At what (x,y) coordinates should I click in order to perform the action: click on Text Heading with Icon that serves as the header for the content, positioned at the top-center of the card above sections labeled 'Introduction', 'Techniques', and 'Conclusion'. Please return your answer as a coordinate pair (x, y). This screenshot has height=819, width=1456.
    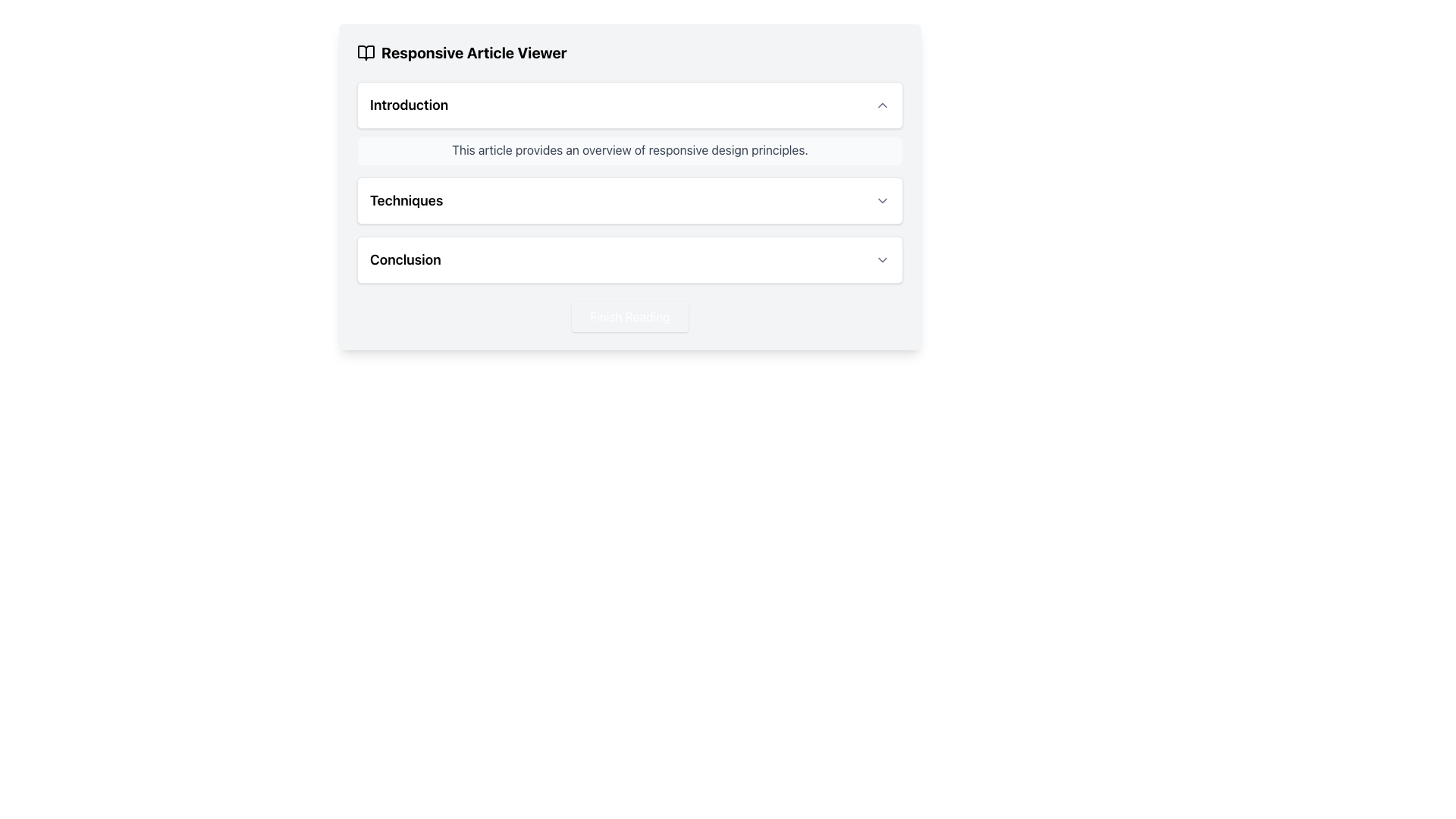
    Looking at the image, I should click on (629, 52).